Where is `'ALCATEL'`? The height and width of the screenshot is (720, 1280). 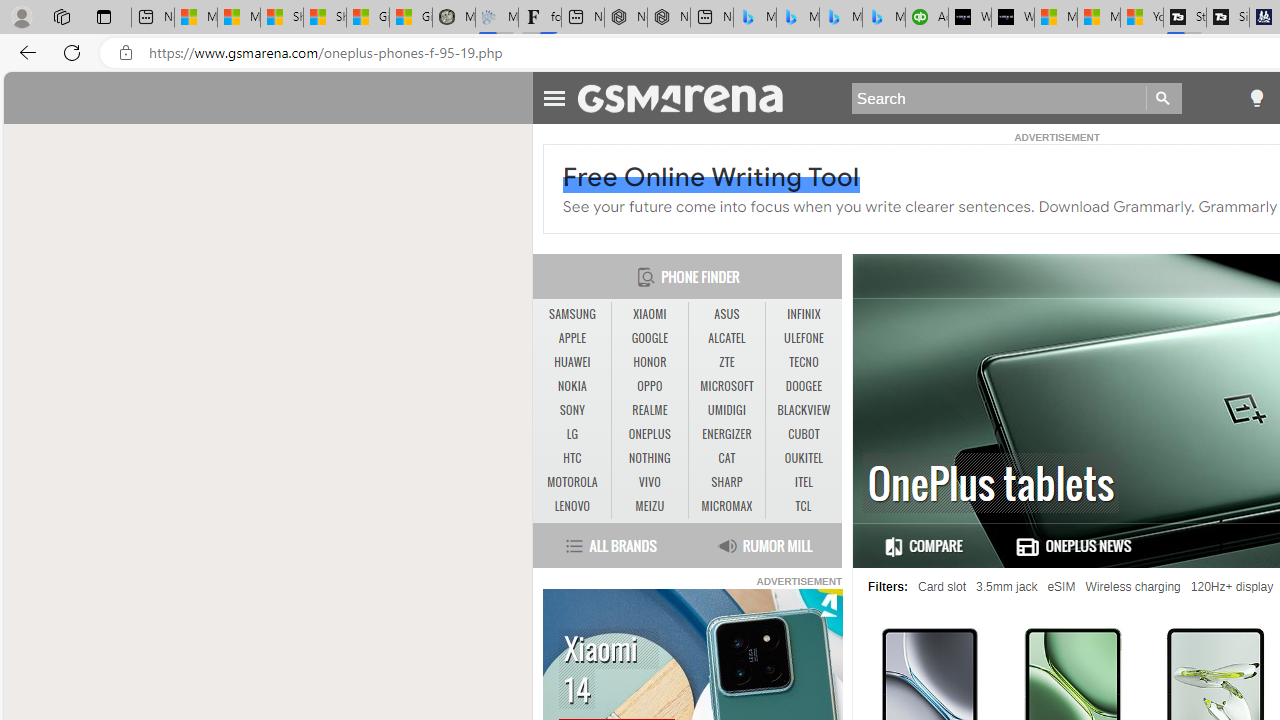
'ALCATEL' is located at coordinates (726, 337).